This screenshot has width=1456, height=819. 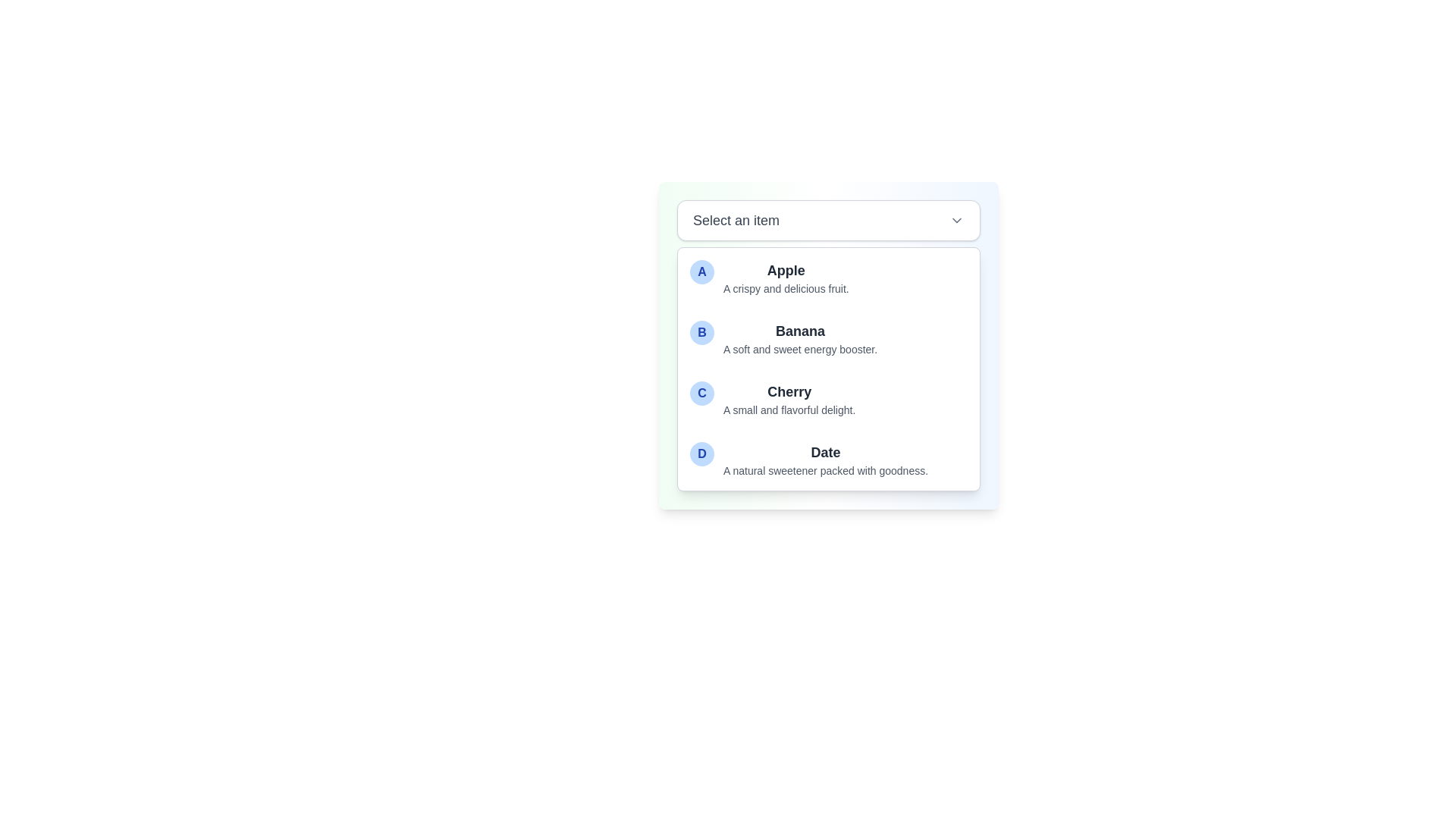 What do you see at coordinates (825, 452) in the screenshot?
I see `the text label that serves as the title of item 'D' in the dropdown menu, which is positioned above the description text` at bounding box center [825, 452].